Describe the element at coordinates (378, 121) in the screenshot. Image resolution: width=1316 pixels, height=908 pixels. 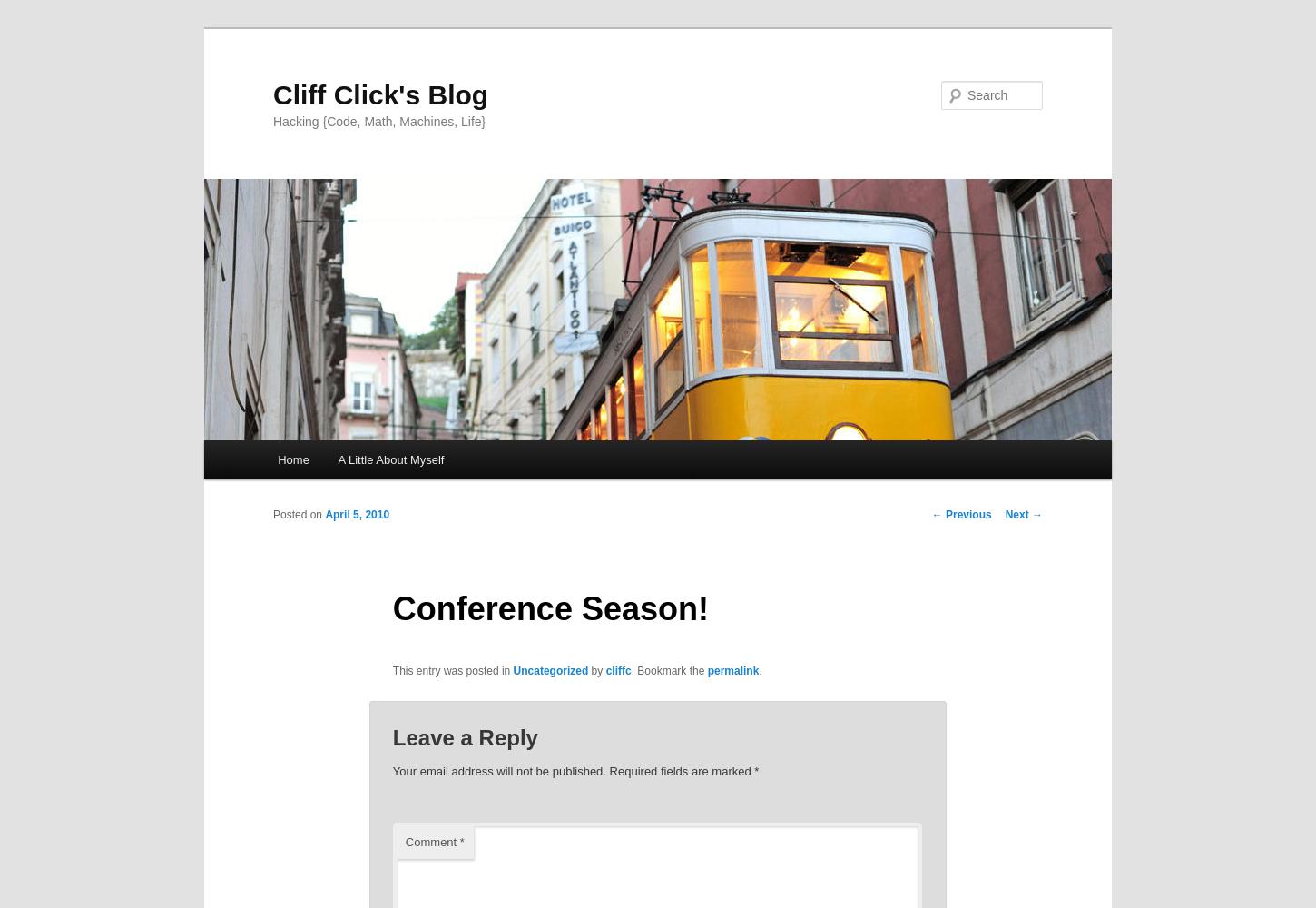
I see `'Hacking {Code, Math, Machines, Life}'` at that location.